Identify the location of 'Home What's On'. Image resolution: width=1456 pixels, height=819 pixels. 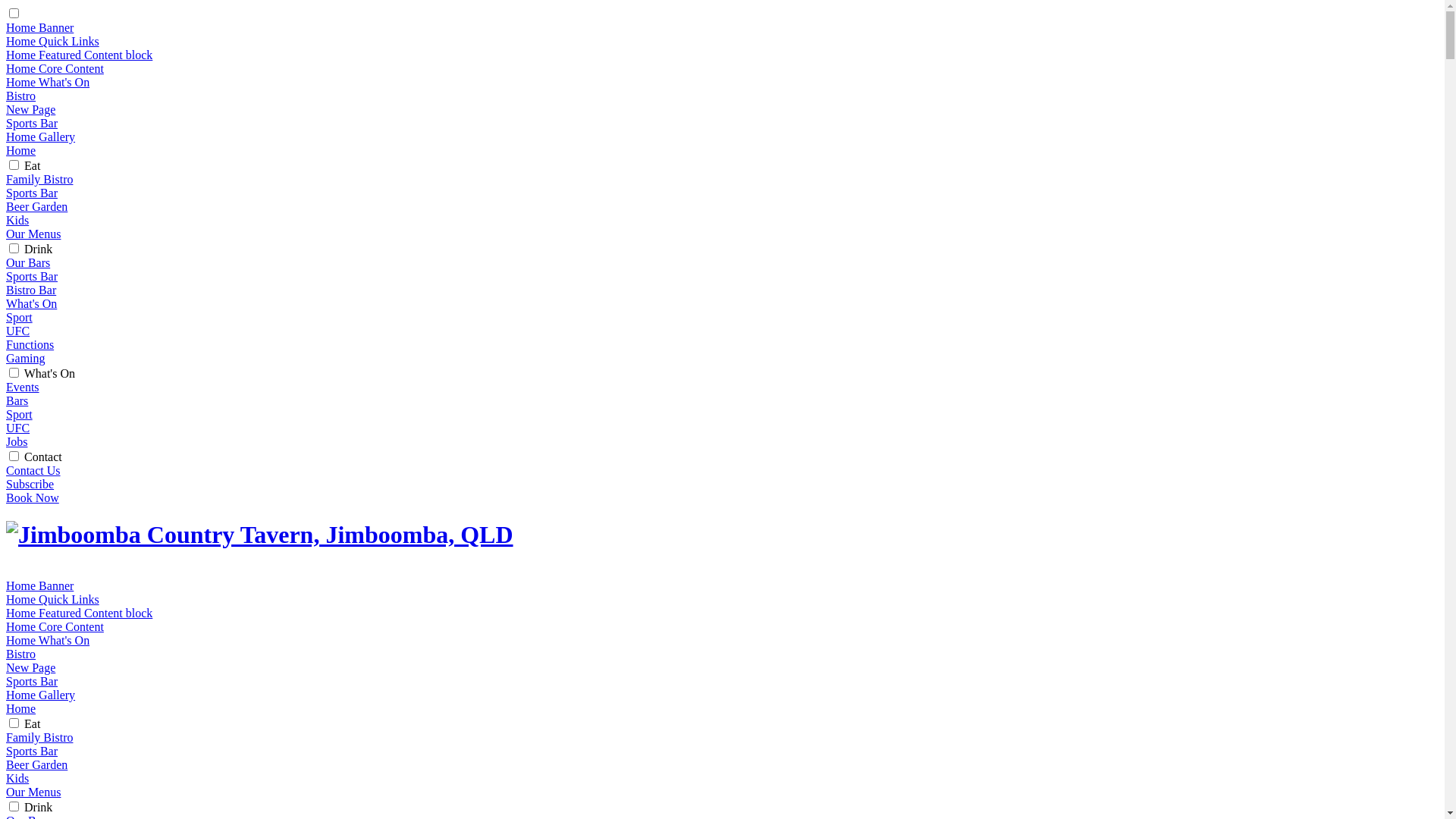
(47, 82).